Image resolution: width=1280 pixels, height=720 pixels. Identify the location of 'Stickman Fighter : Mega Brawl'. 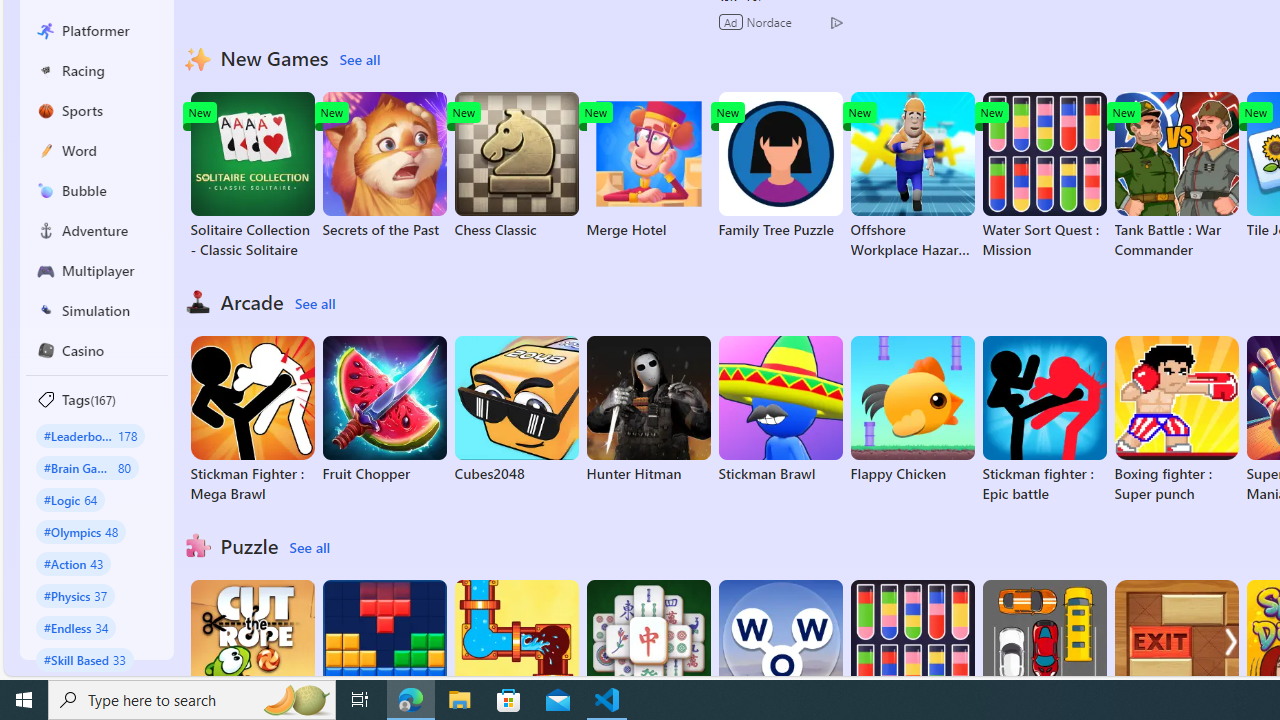
(251, 419).